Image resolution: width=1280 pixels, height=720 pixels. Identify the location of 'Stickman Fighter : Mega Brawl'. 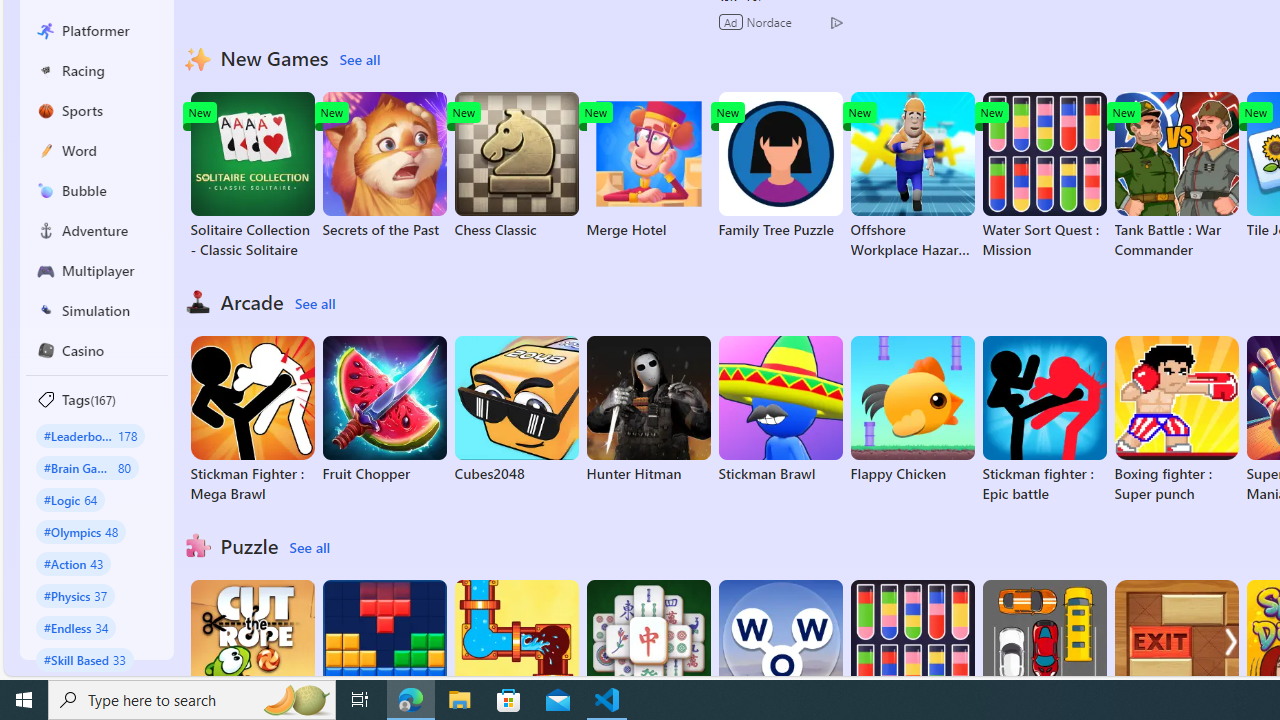
(251, 419).